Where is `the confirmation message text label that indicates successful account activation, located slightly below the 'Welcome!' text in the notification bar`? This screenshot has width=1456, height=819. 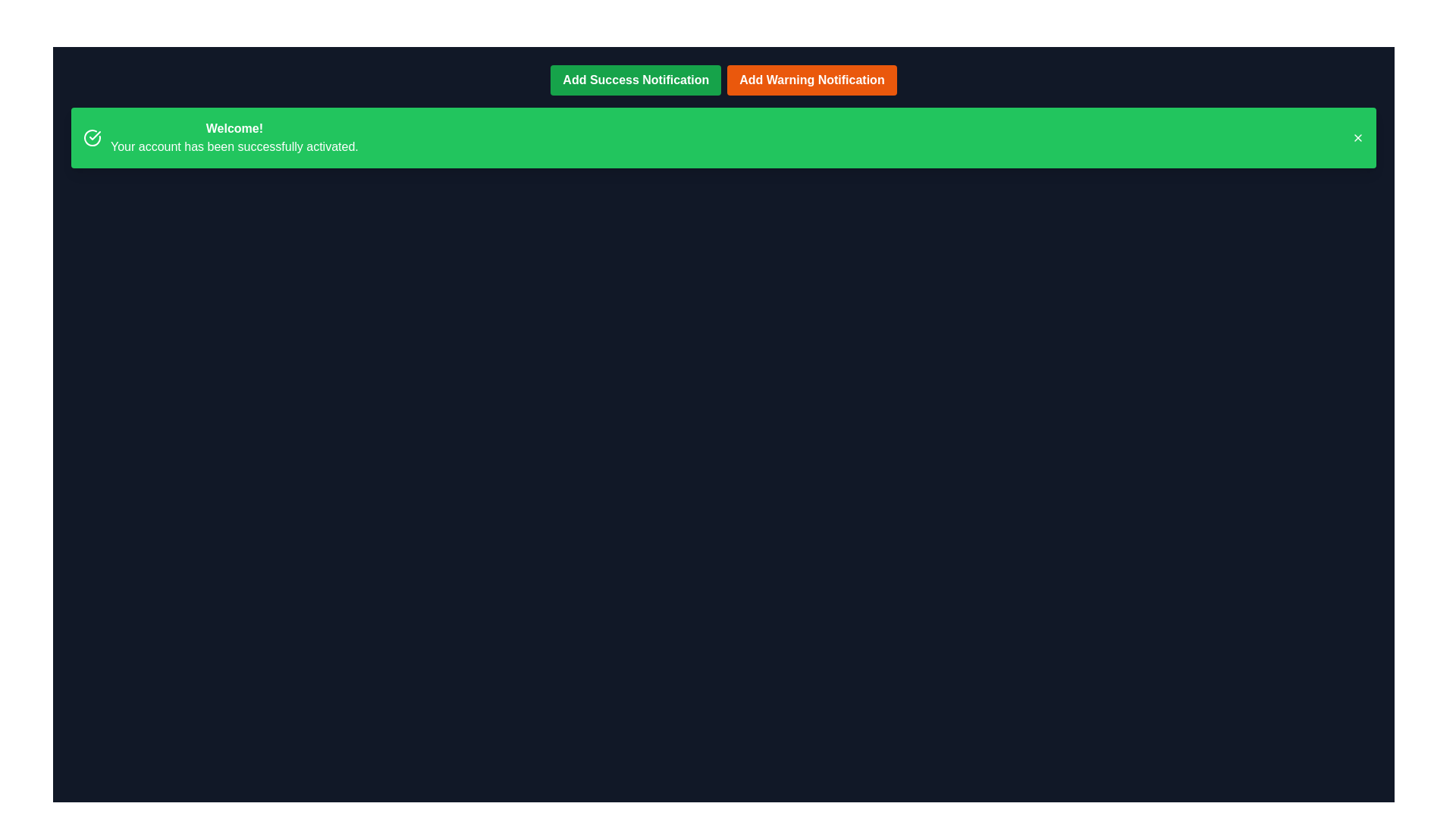 the confirmation message text label that indicates successful account activation, located slightly below the 'Welcome!' text in the notification bar is located at coordinates (234, 146).